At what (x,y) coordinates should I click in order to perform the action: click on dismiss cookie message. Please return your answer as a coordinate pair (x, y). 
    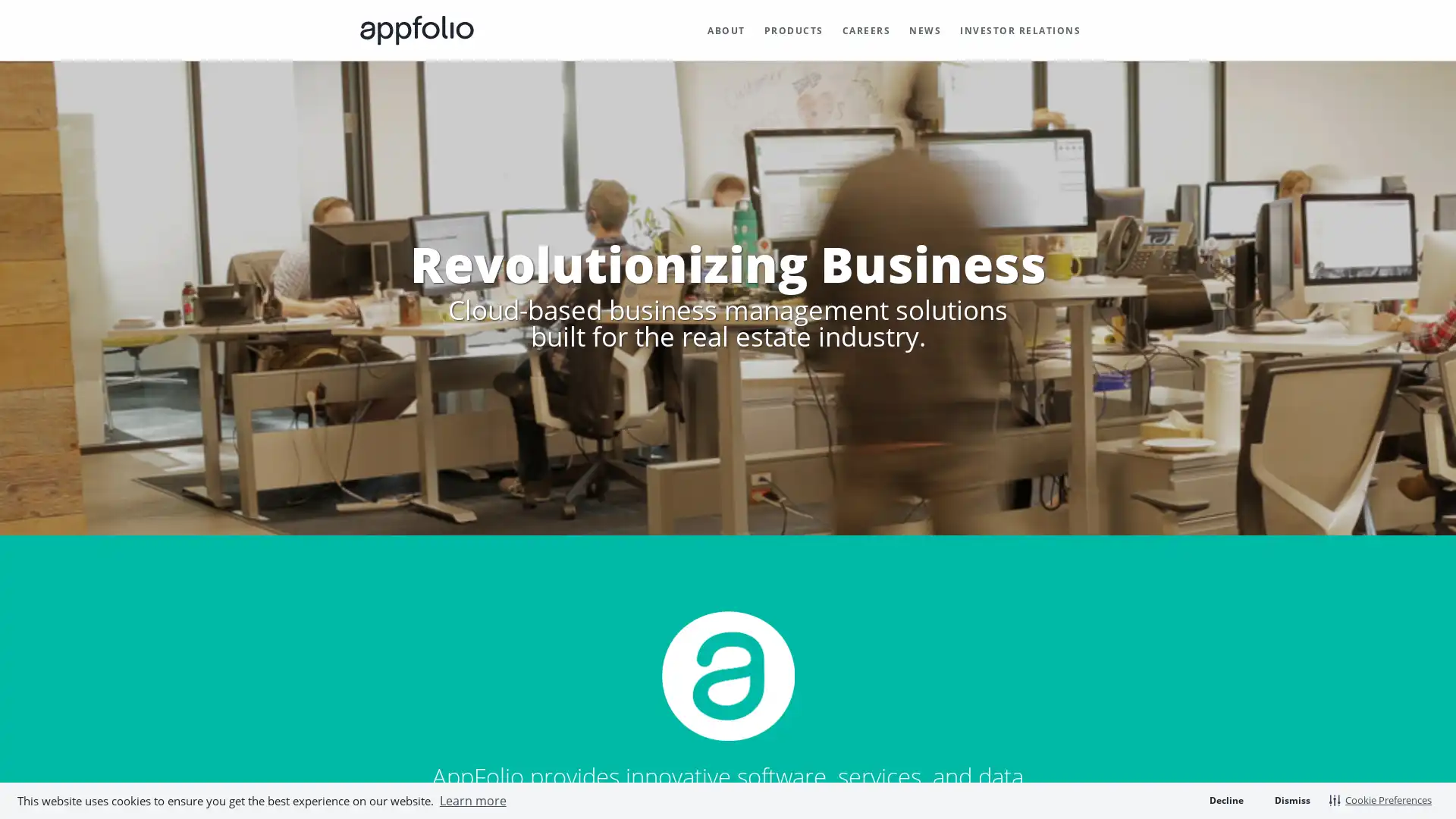
    Looking at the image, I should click on (1291, 799).